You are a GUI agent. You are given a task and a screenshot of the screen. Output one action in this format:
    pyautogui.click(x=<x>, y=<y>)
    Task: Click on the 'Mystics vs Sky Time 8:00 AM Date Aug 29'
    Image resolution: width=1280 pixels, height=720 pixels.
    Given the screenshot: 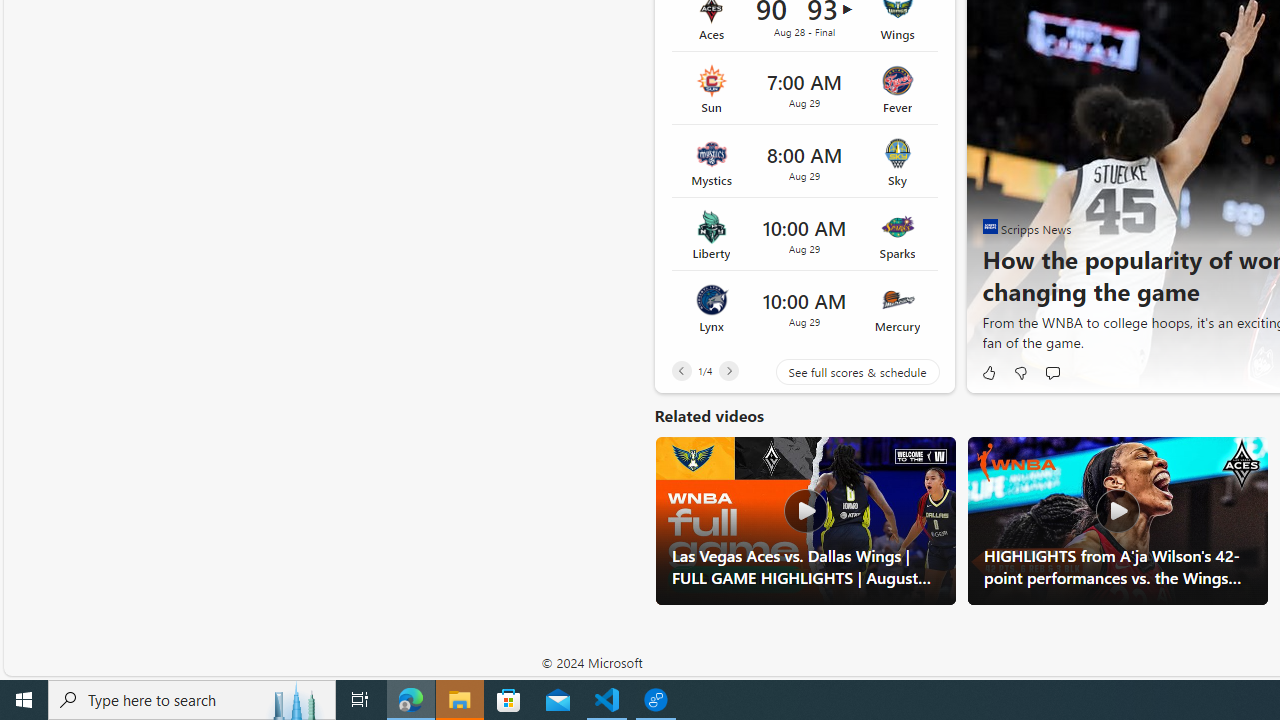 What is the action you would take?
    pyautogui.click(x=804, y=161)
    